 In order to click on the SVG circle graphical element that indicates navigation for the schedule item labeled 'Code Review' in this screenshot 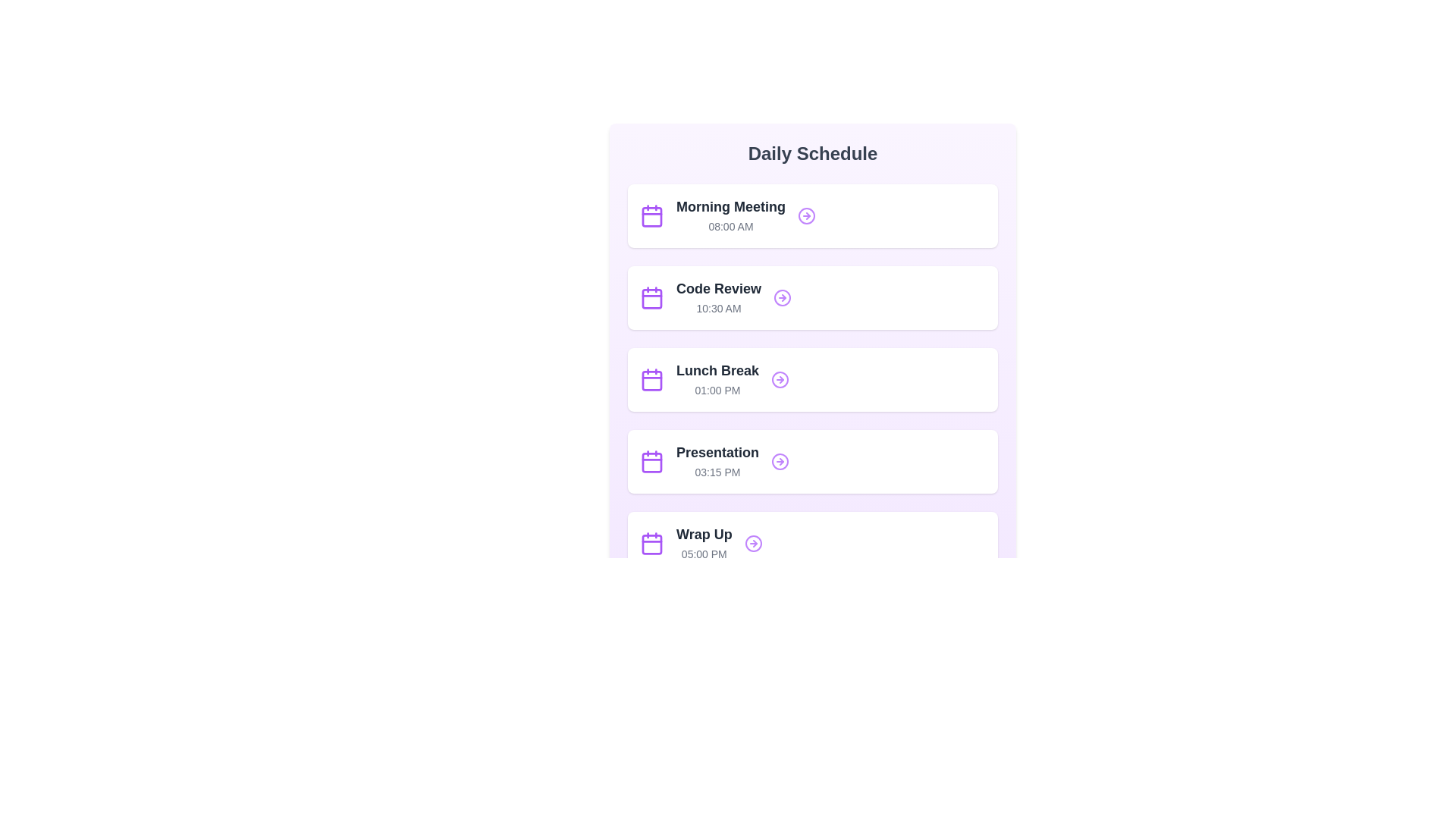, I will do `click(783, 298)`.